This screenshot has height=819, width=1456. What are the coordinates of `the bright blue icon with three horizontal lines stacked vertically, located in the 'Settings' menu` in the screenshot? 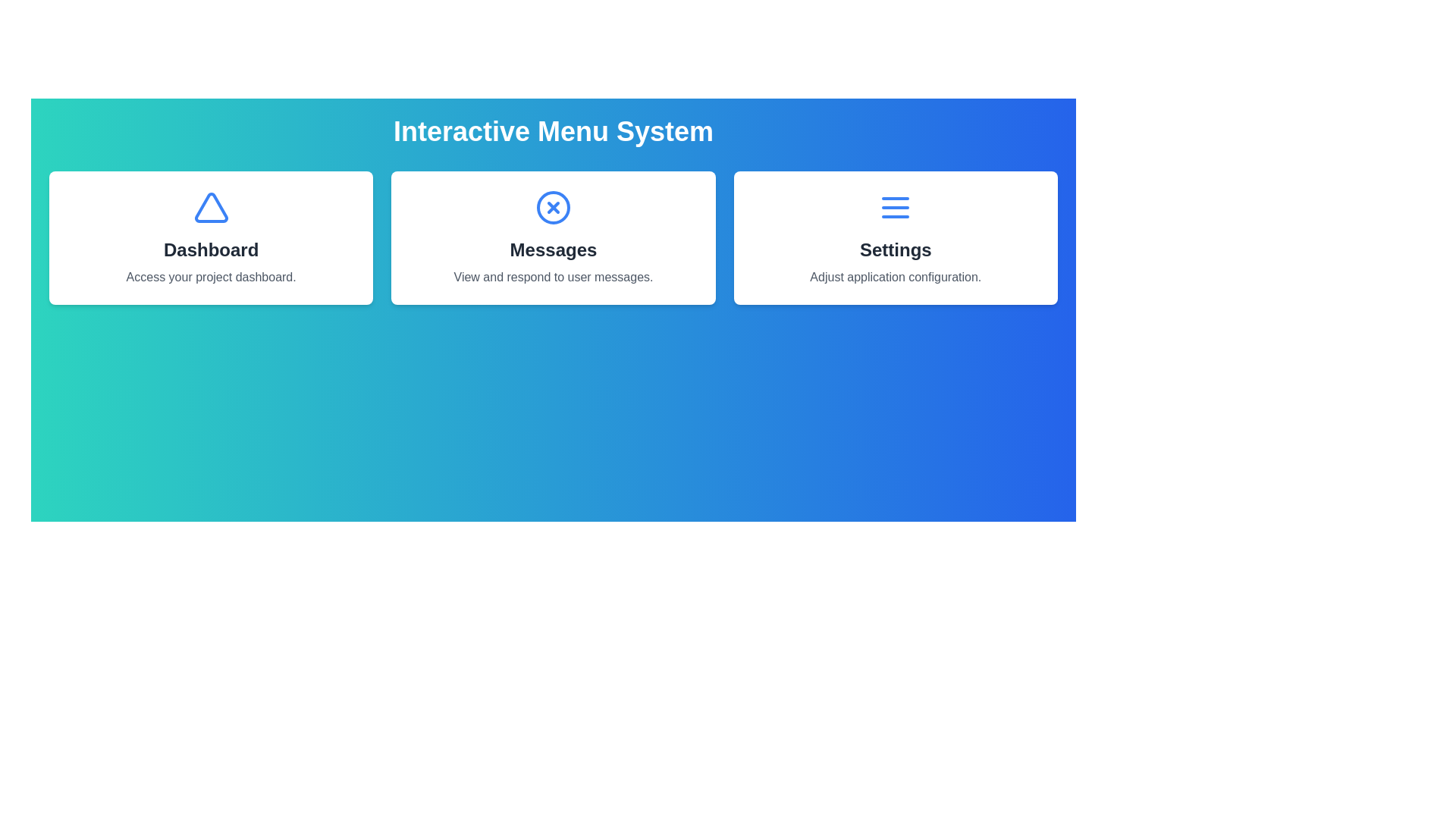 It's located at (896, 207).